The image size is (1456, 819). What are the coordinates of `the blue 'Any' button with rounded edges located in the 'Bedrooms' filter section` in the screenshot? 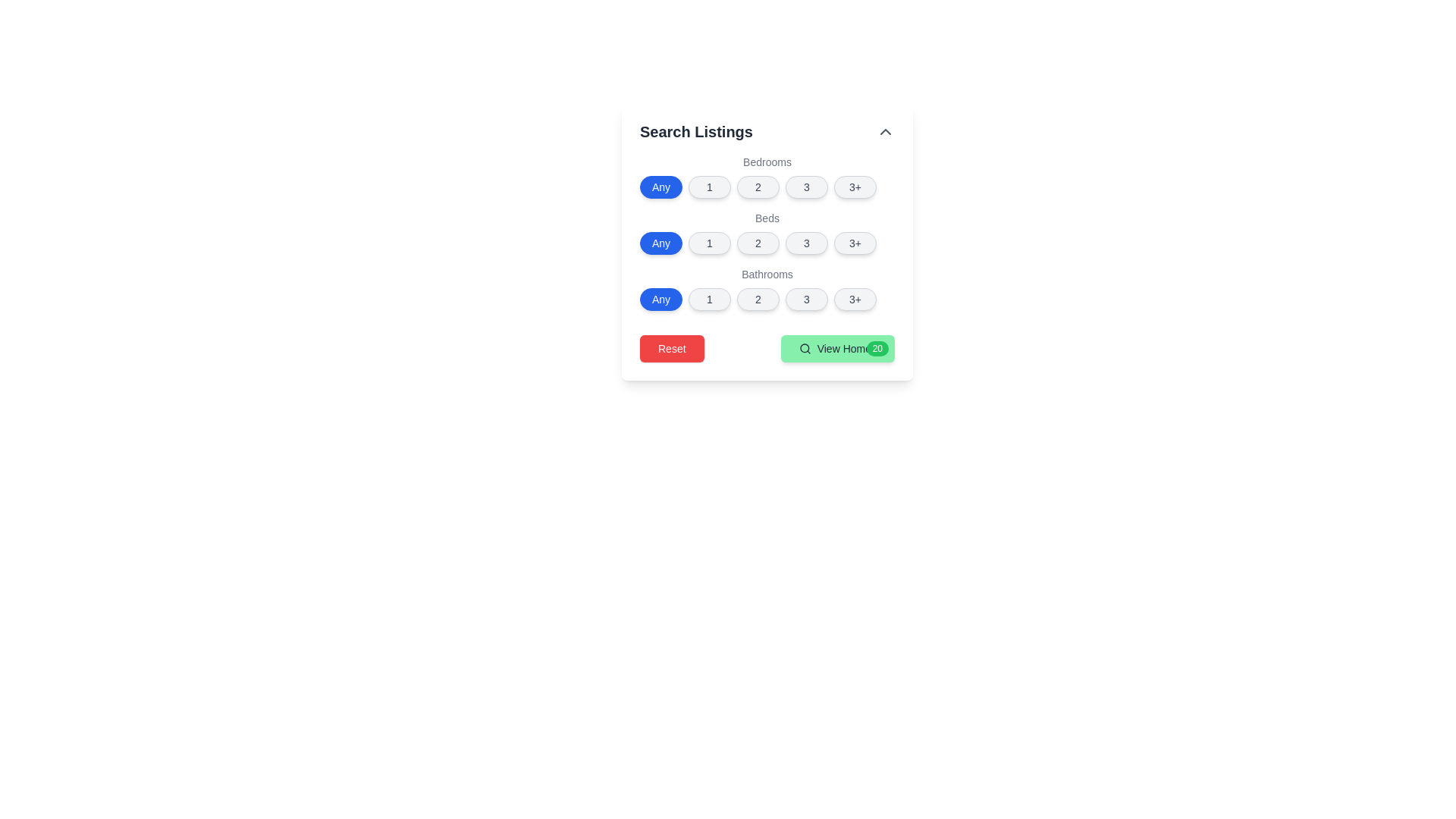 It's located at (661, 186).